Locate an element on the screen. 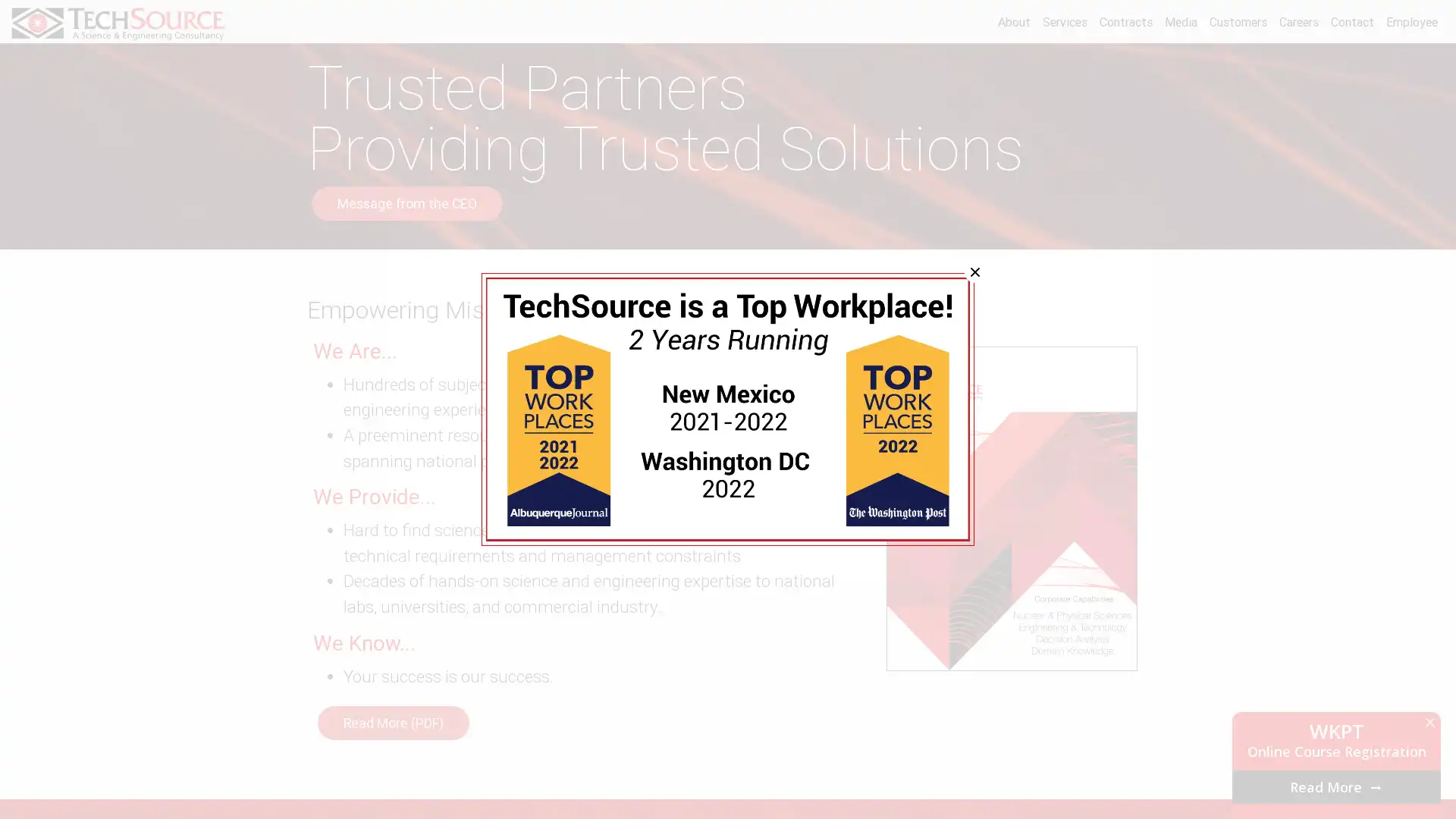  Close is located at coordinates (1429, 721).